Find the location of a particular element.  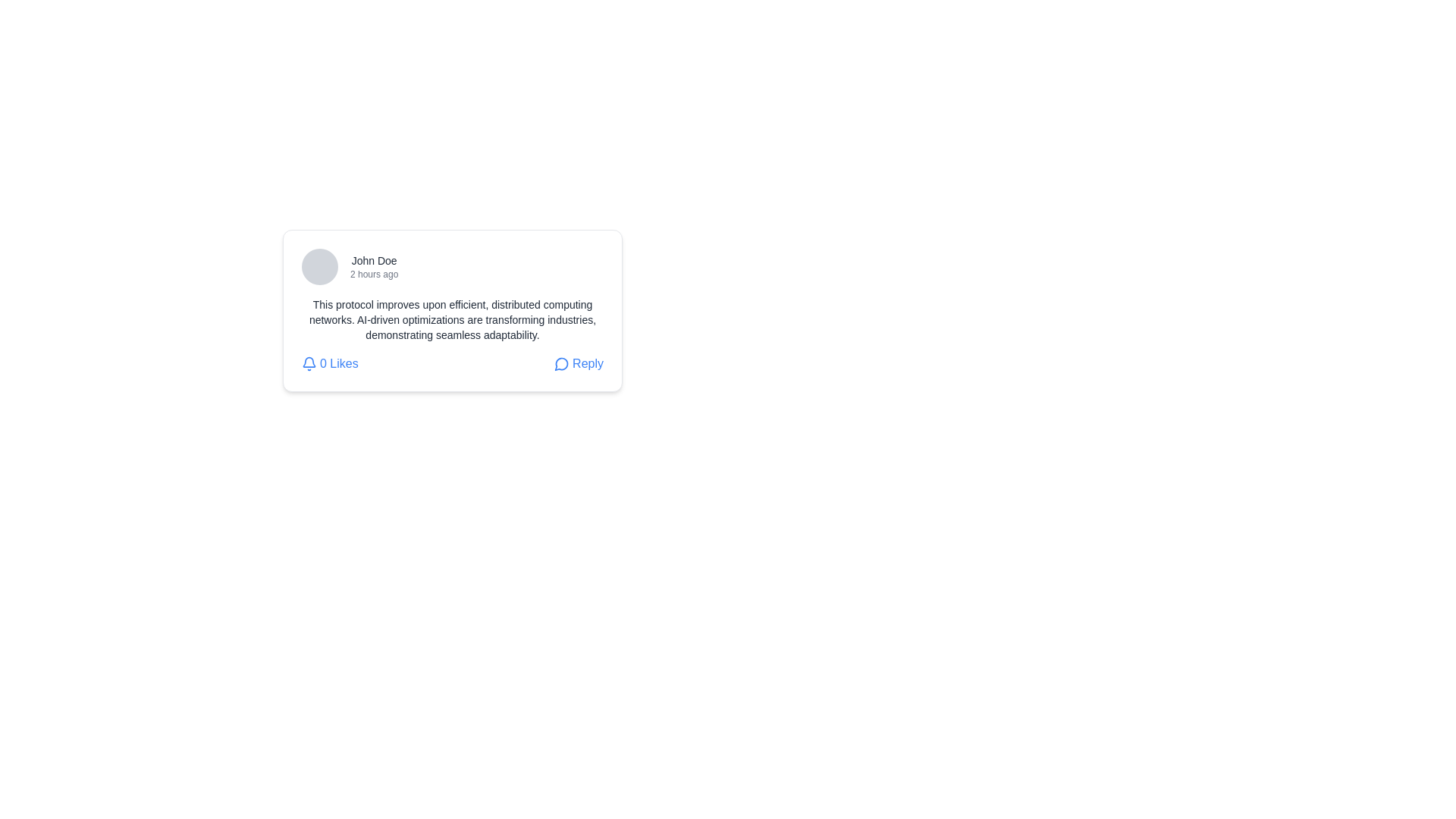

the reply icon located to the left of the 'Reply' text in the button group at the bottom-right of the comment box is located at coordinates (561, 363).